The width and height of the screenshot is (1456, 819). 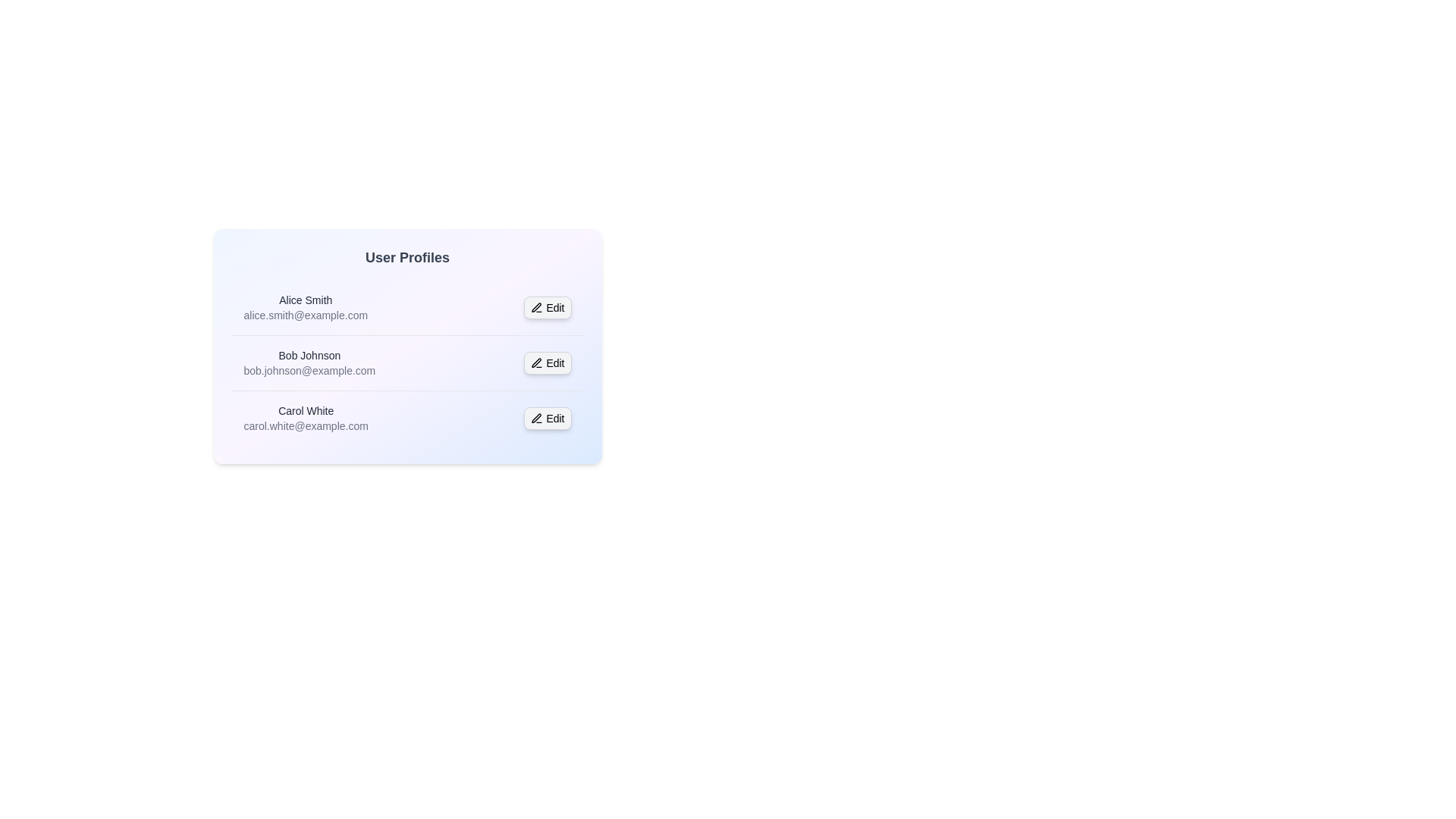 I want to click on 'Edit' button for user Alice Smith to enable editing their information, so click(x=547, y=307).